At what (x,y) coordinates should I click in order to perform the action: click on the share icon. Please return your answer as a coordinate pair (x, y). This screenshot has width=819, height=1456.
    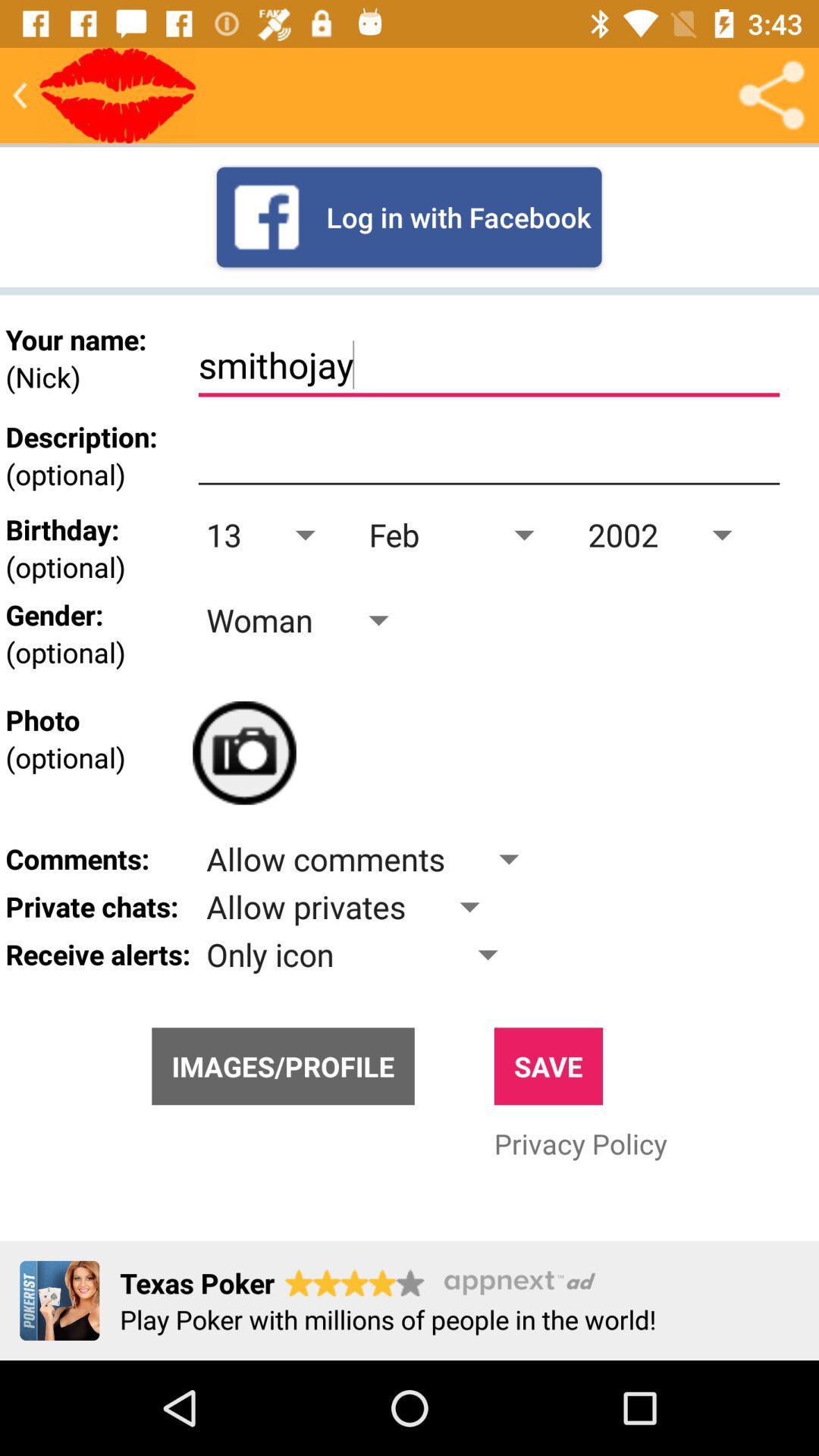
    Looking at the image, I should click on (771, 94).